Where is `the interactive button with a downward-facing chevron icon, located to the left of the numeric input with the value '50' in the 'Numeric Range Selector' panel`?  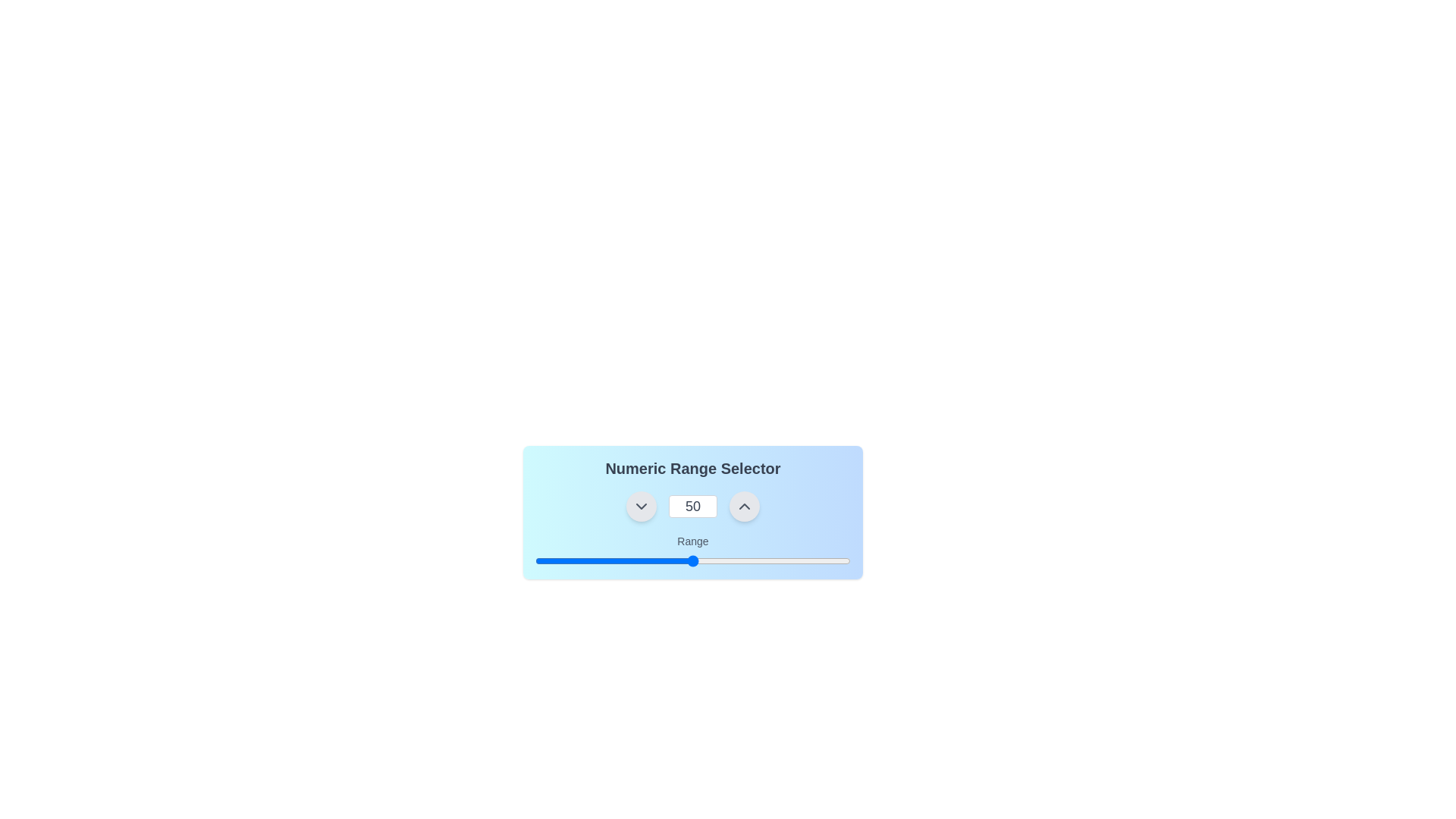 the interactive button with a downward-facing chevron icon, located to the left of the numeric input with the value '50' in the 'Numeric Range Selector' panel is located at coordinates (641, 506).